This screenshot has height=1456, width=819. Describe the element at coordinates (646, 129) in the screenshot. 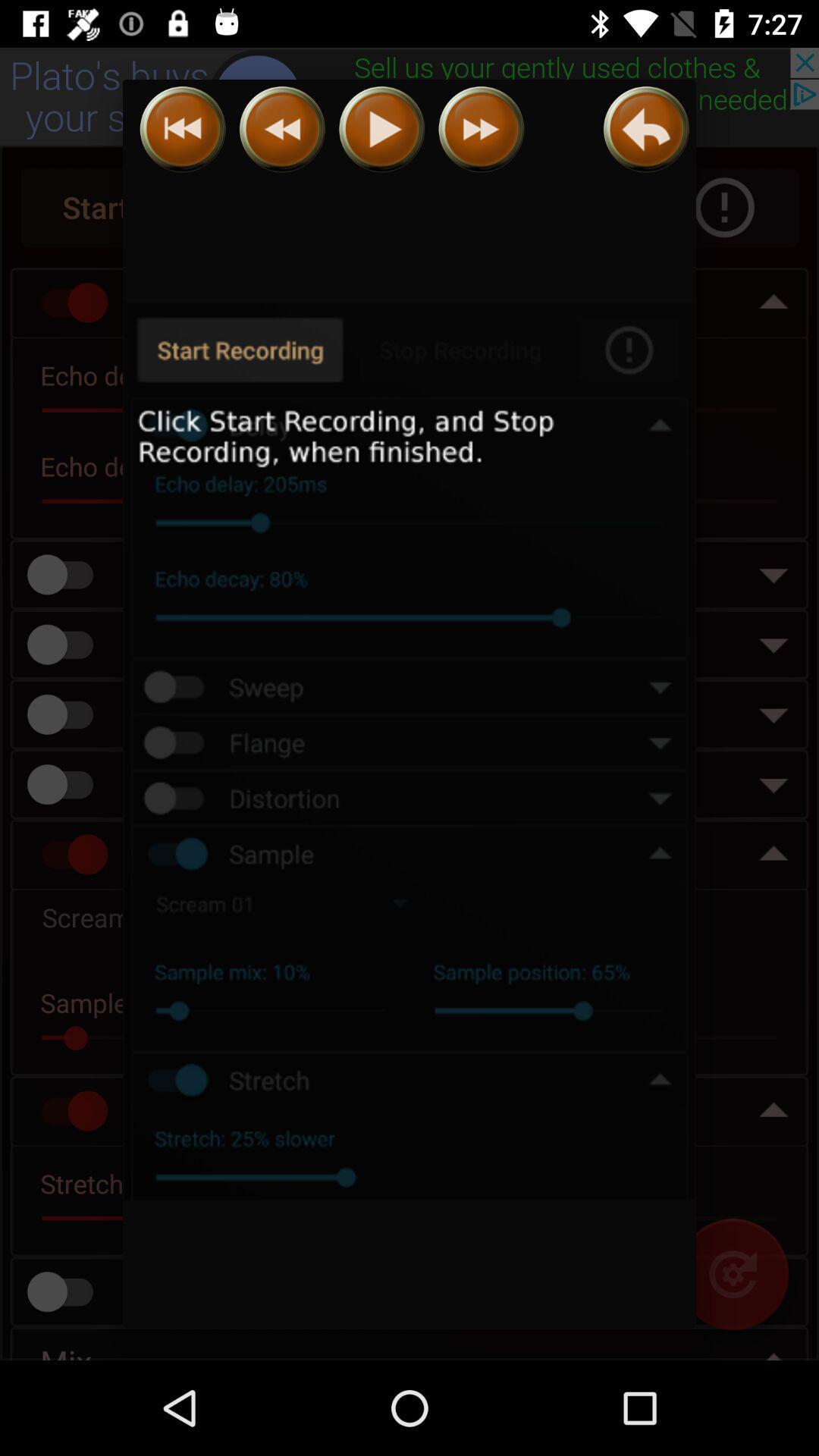

I see `back button` at that location.